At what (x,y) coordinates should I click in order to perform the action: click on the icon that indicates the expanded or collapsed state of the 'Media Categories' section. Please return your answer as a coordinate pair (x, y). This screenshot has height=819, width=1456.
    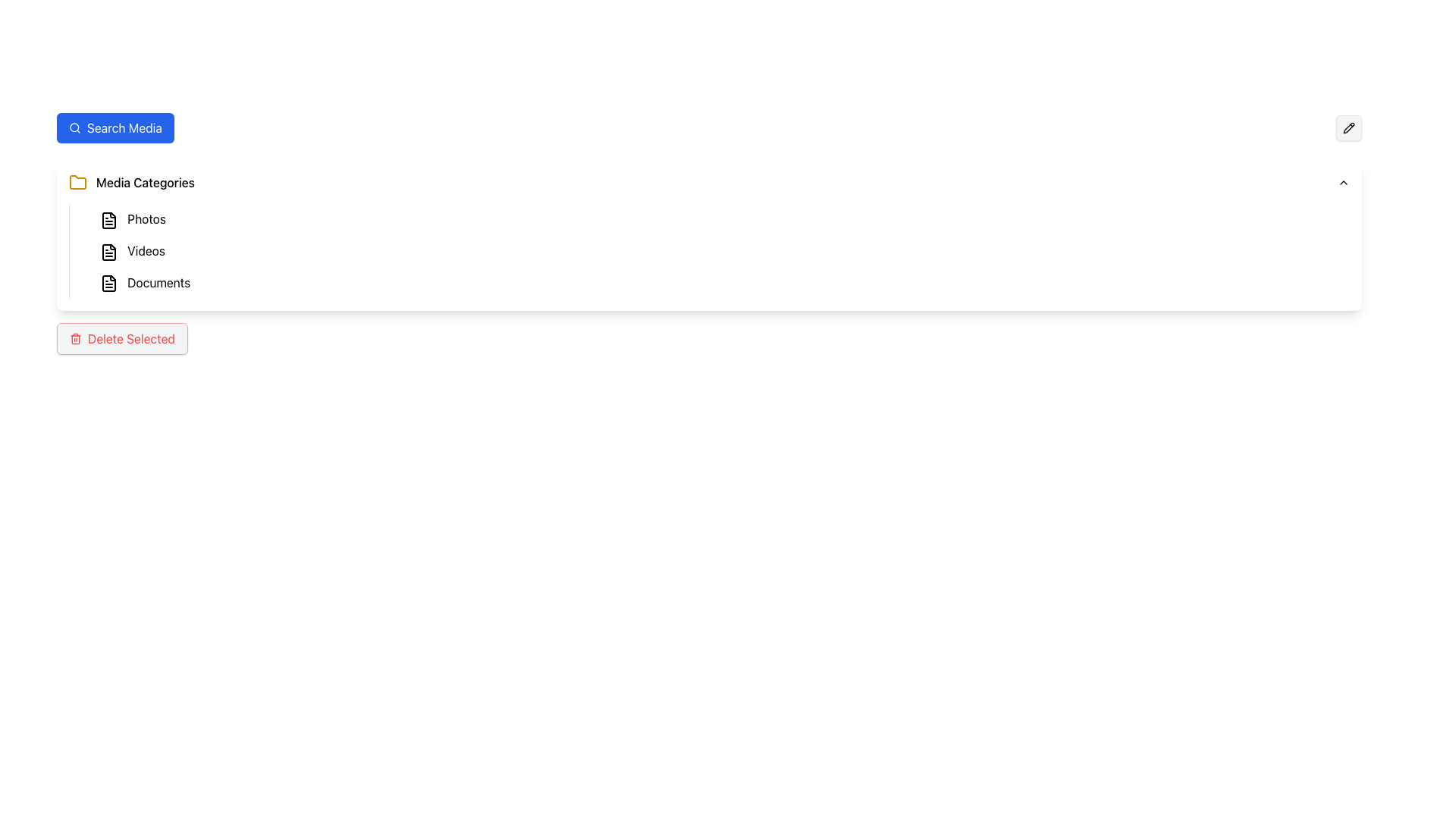
    Looking at the image, I should click on (1343, 181).